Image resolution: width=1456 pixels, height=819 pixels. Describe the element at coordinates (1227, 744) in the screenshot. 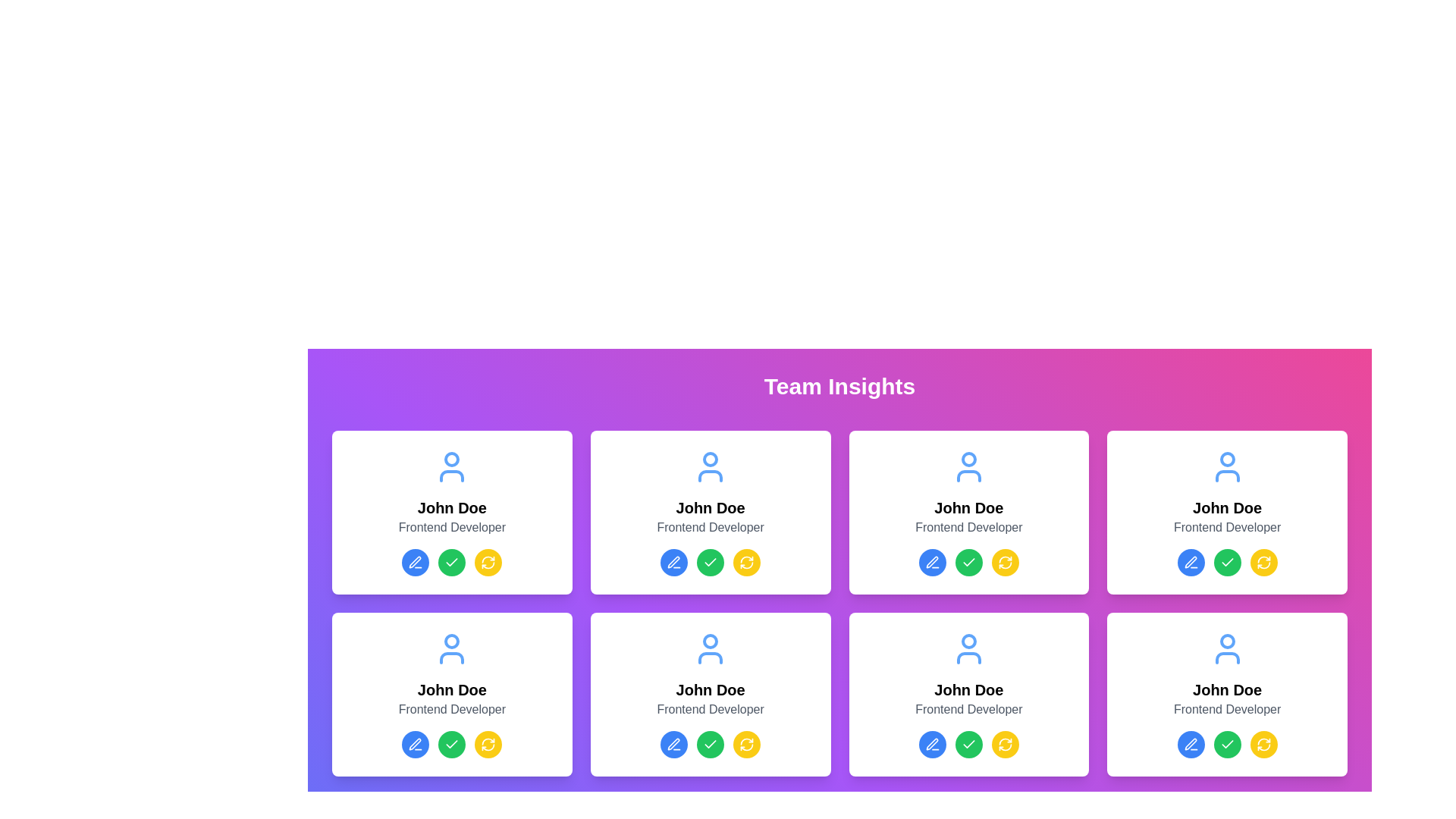

I see `the green circular button with a white checkmark icon in the center, which is the middle button in a group of four buttons below the 'Frontend Developer' label in the last profile card of the second row, to confirm or approve` at that location.